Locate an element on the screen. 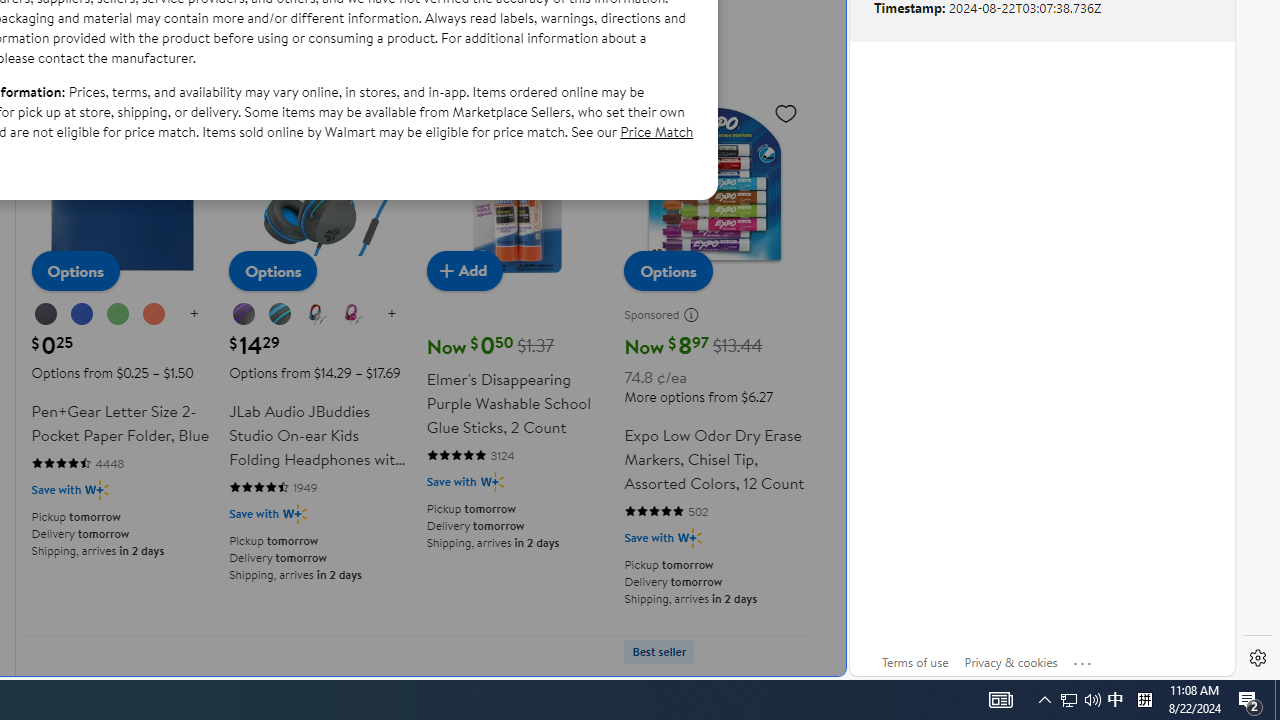 This screenshot has height=720, width=1280. 'Terms of use' is located at coordinates (914, 662).